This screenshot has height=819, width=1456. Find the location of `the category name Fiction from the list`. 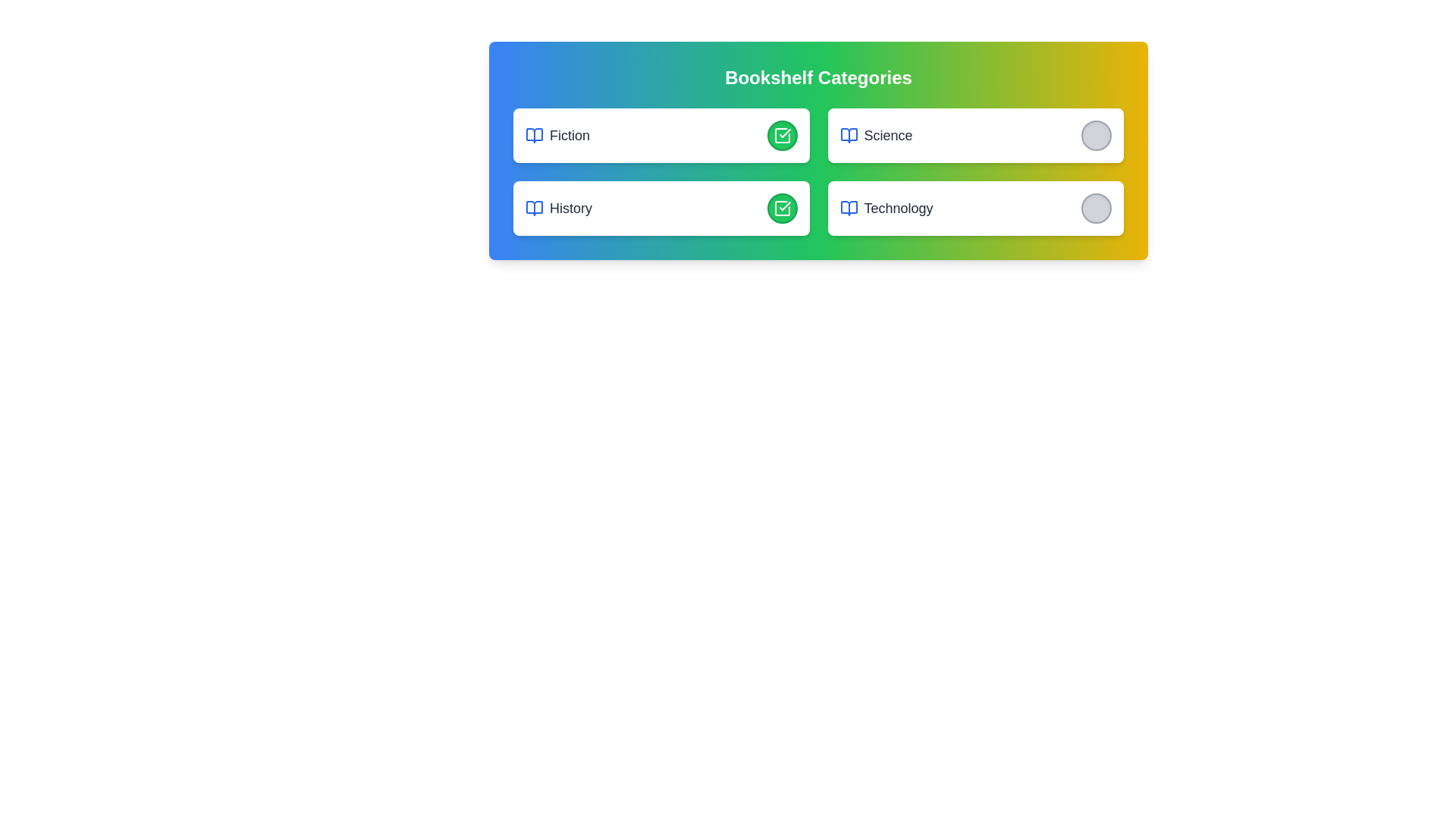

the category name Fiction from the list is located at coordinates (556, 134).